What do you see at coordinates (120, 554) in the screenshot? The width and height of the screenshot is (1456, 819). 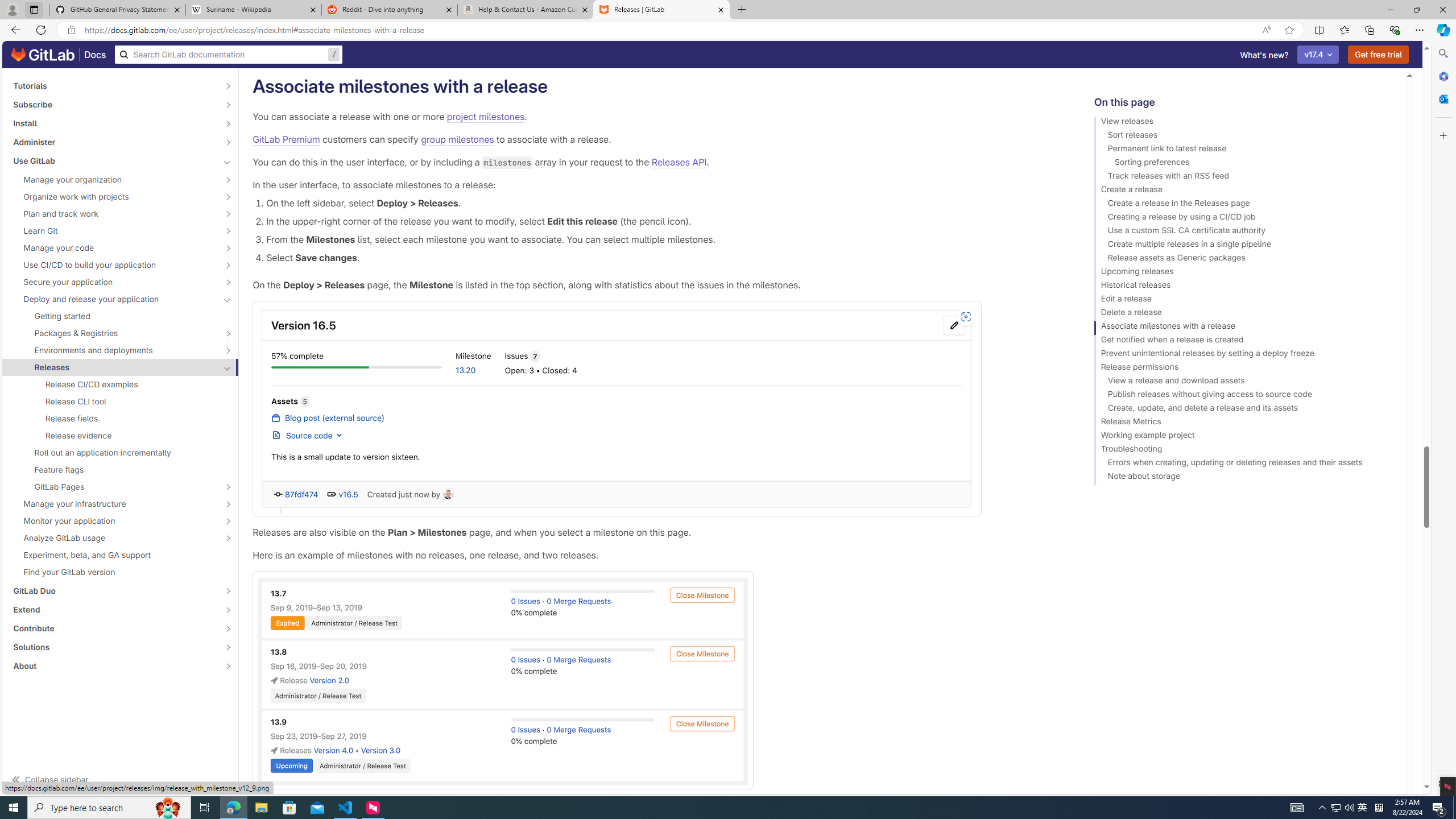 I see `'Experiment, beta, and GA support'` at bounding box center [120, 554].